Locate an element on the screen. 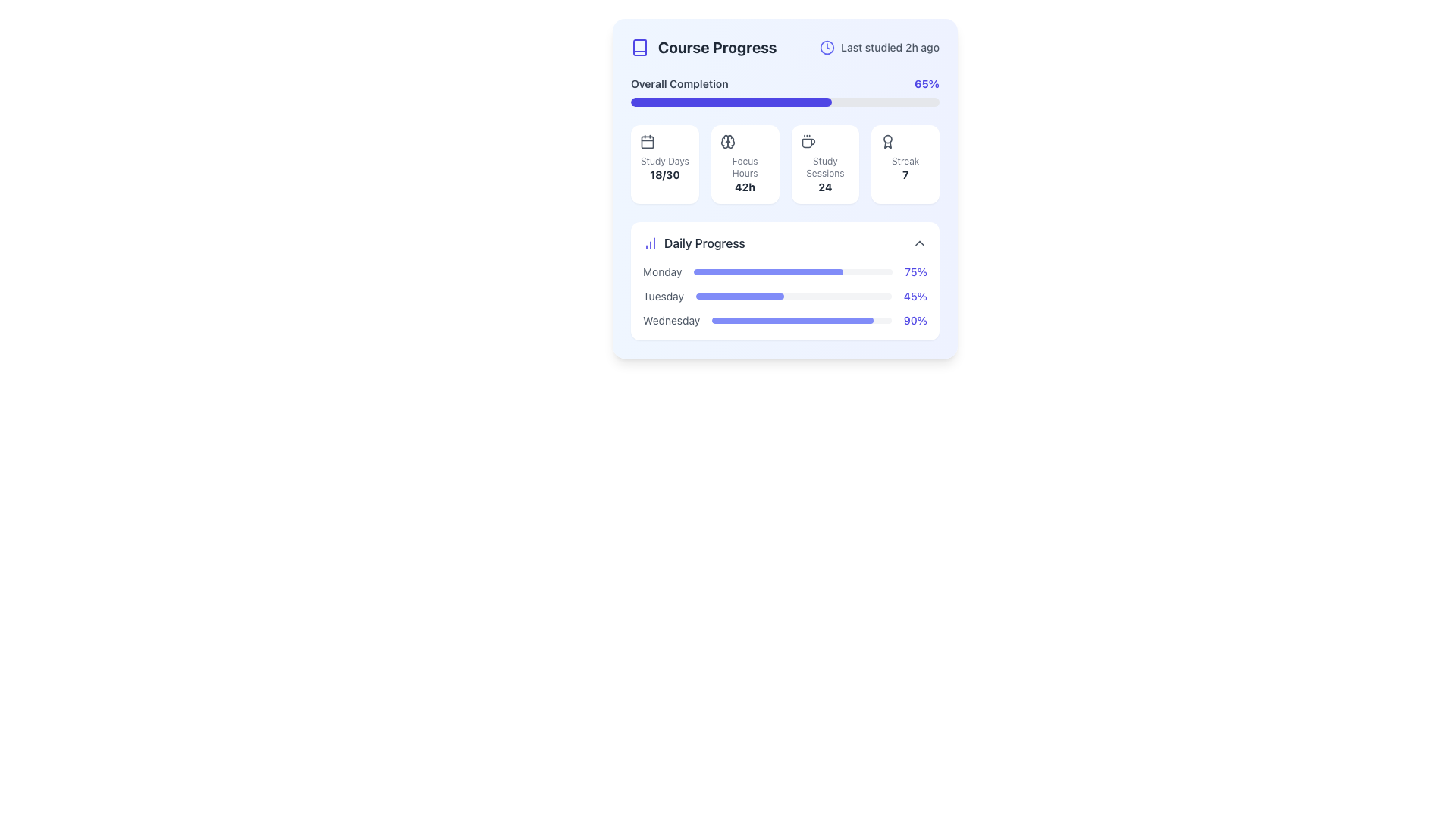 The image size is (1456, 819). the Text Label that describes the bold number '24', located in a card with rounded corners and a white background is located at coordinates (824, 167).